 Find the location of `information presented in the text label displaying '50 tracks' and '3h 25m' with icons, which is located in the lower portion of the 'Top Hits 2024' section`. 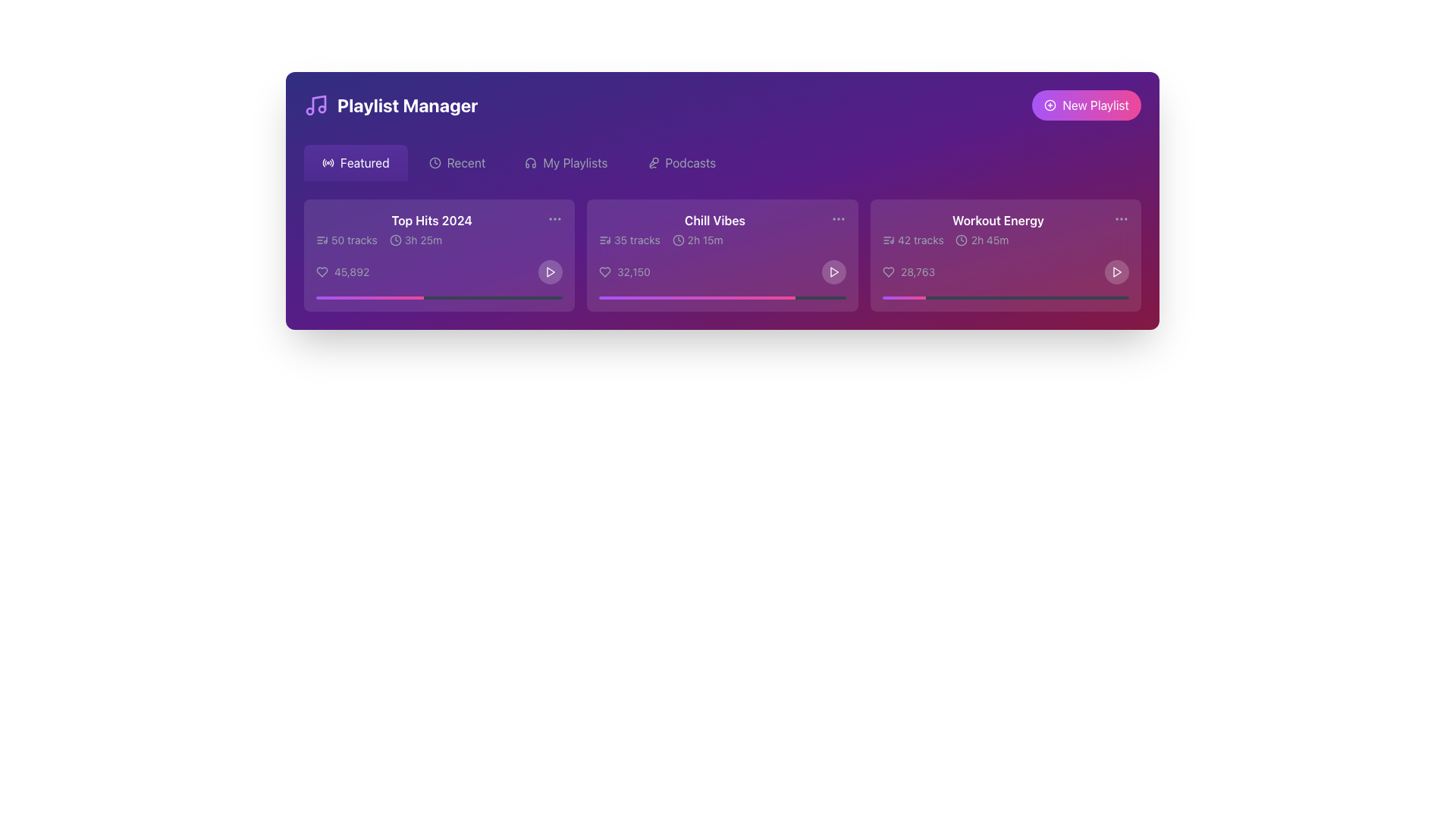

information presented in the text label displaying '50 tracks' and '3h 25m' with icons, which is located in the lower portion of the 'Top Hits 2024' section is located at coordinates (431, 239).